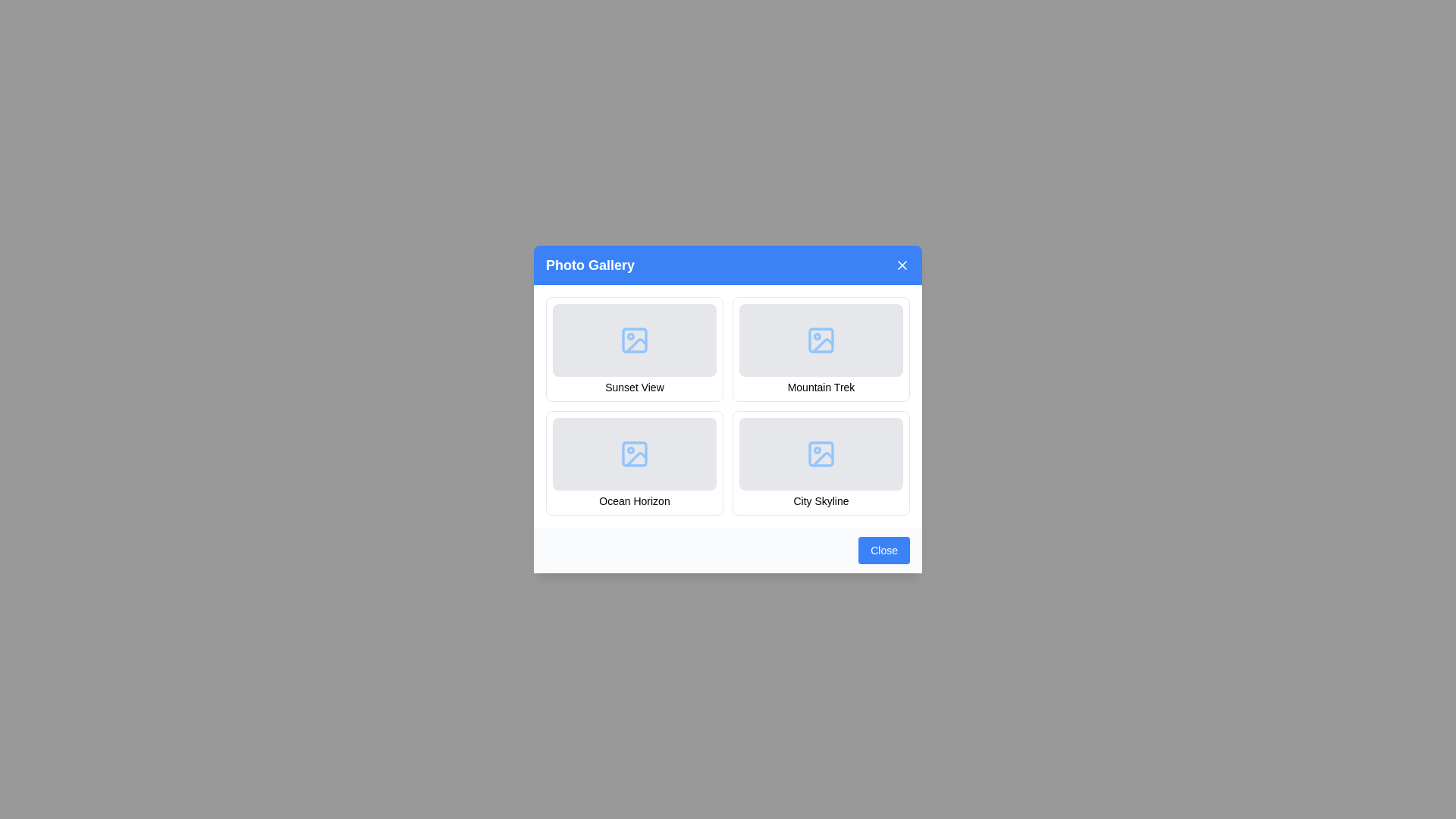  What do you see at coordinates (902, 265) in the screenshot?
I see `the 'X' icon located at the top-right corner of the 'Photo Gallery' modal` at bounding box center [902, 265].